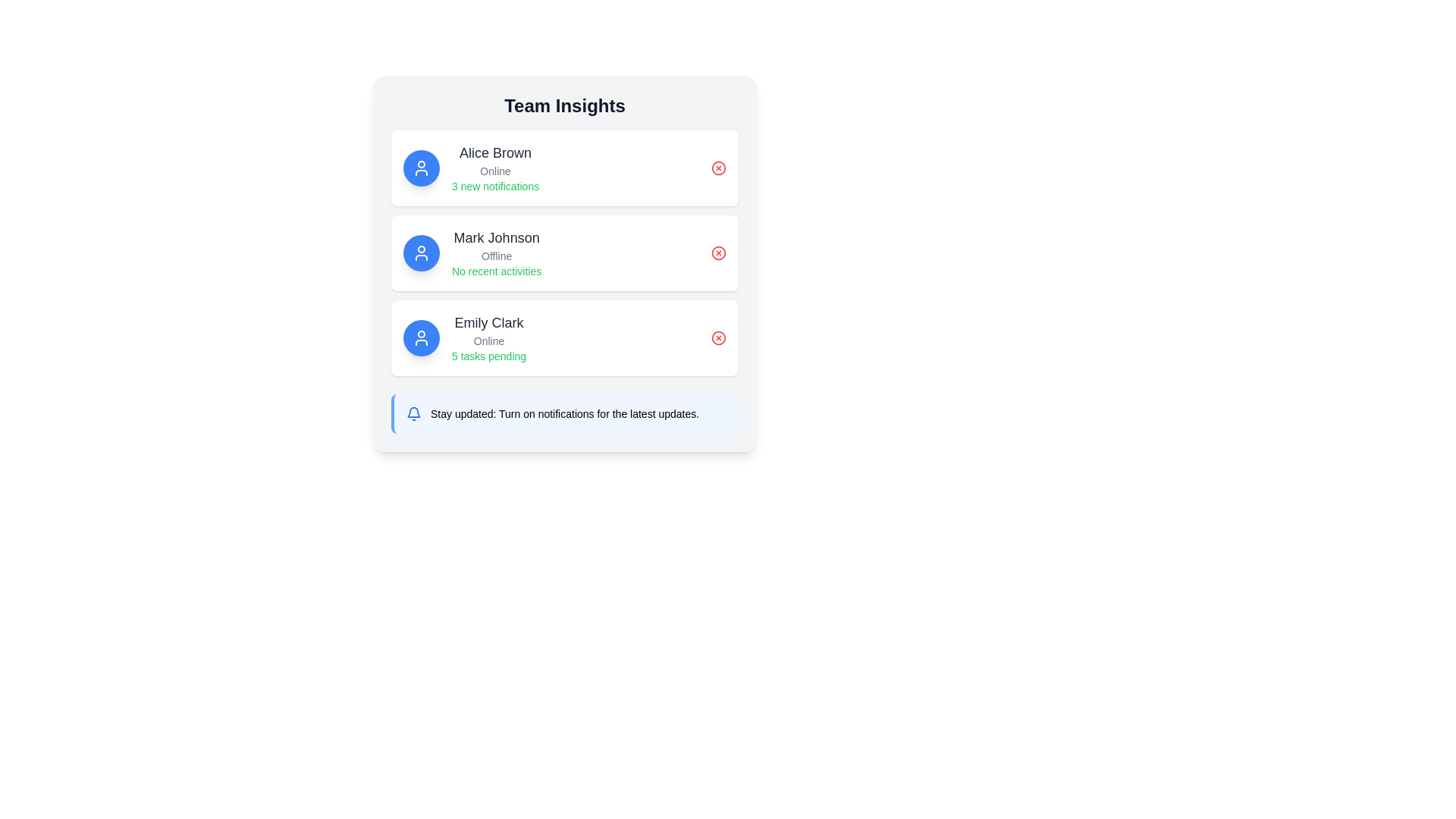  What do you see at coordinates (489, 341) in the screenshot?
I see `the text label indicating the online status of 'Emily Clark'` at bounding box center [489, 341].